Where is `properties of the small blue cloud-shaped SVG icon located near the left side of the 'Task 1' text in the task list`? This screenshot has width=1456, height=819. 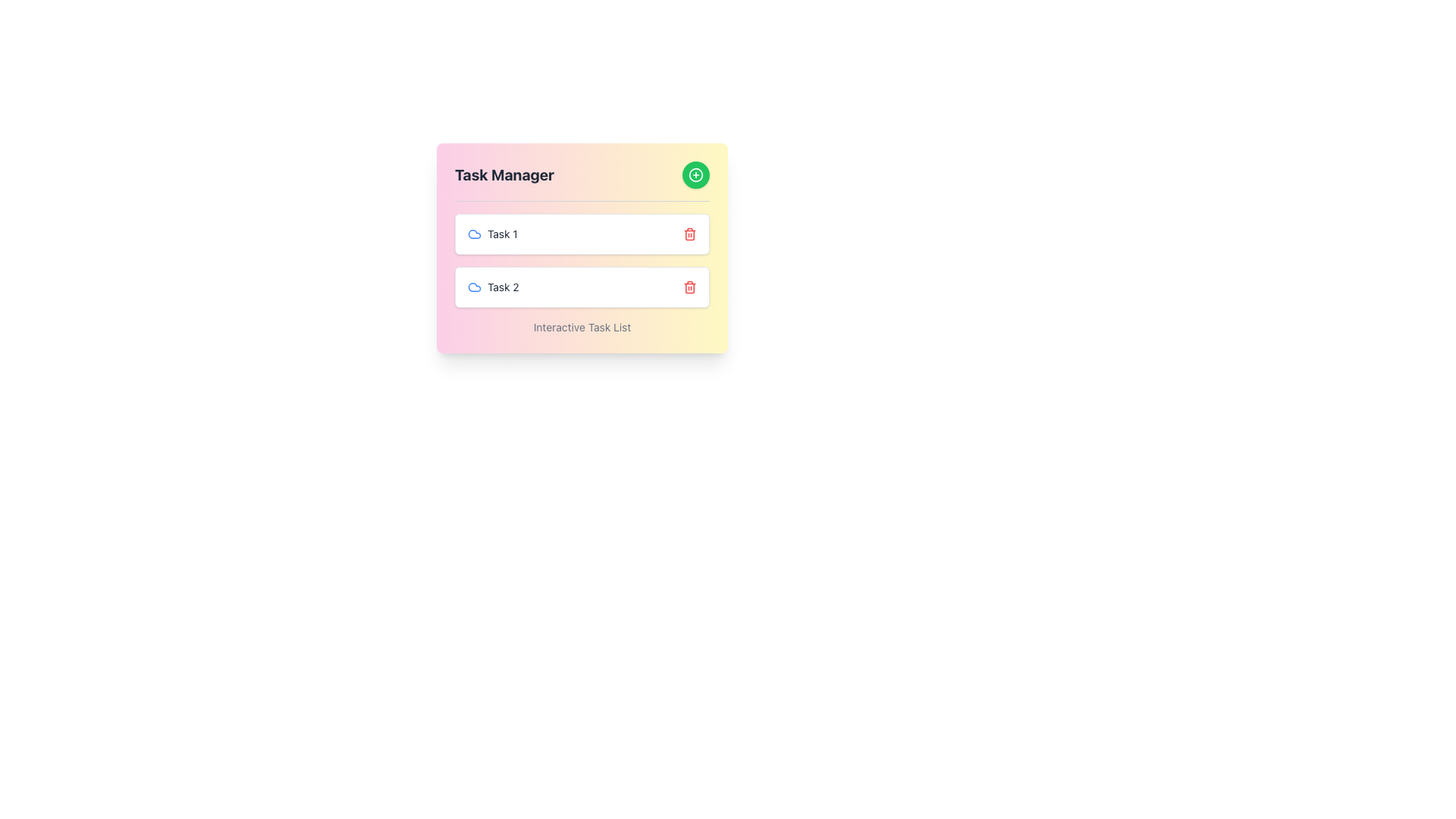 properties of the small blue cloud-shaped SVG icon located near the left side of the 'Task 1' text in the task list is located at coordinates (473, 234).